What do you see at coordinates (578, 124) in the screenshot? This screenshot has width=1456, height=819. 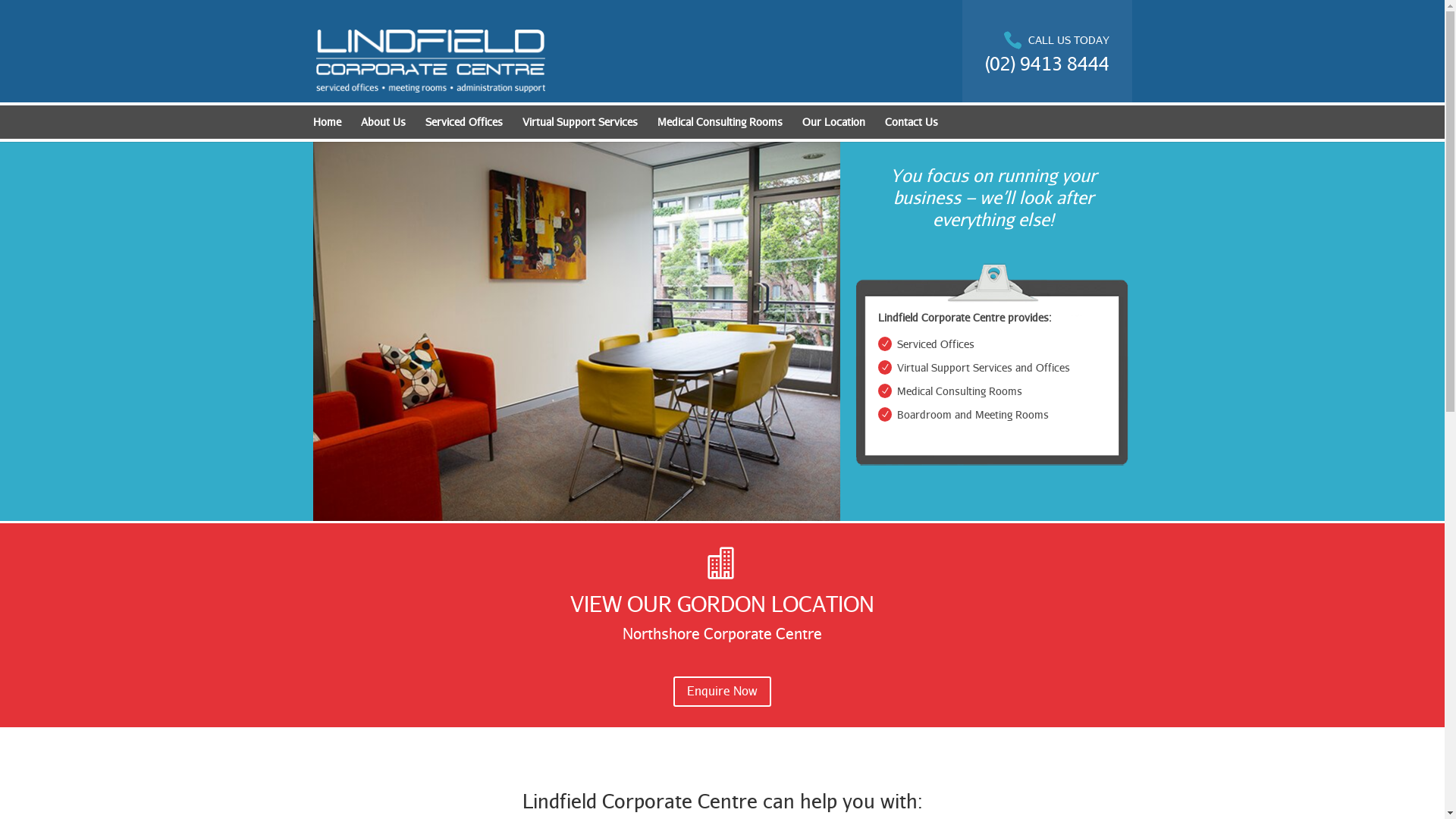 I see `'Virtual Support Services'` at bounding box center [578, 124].